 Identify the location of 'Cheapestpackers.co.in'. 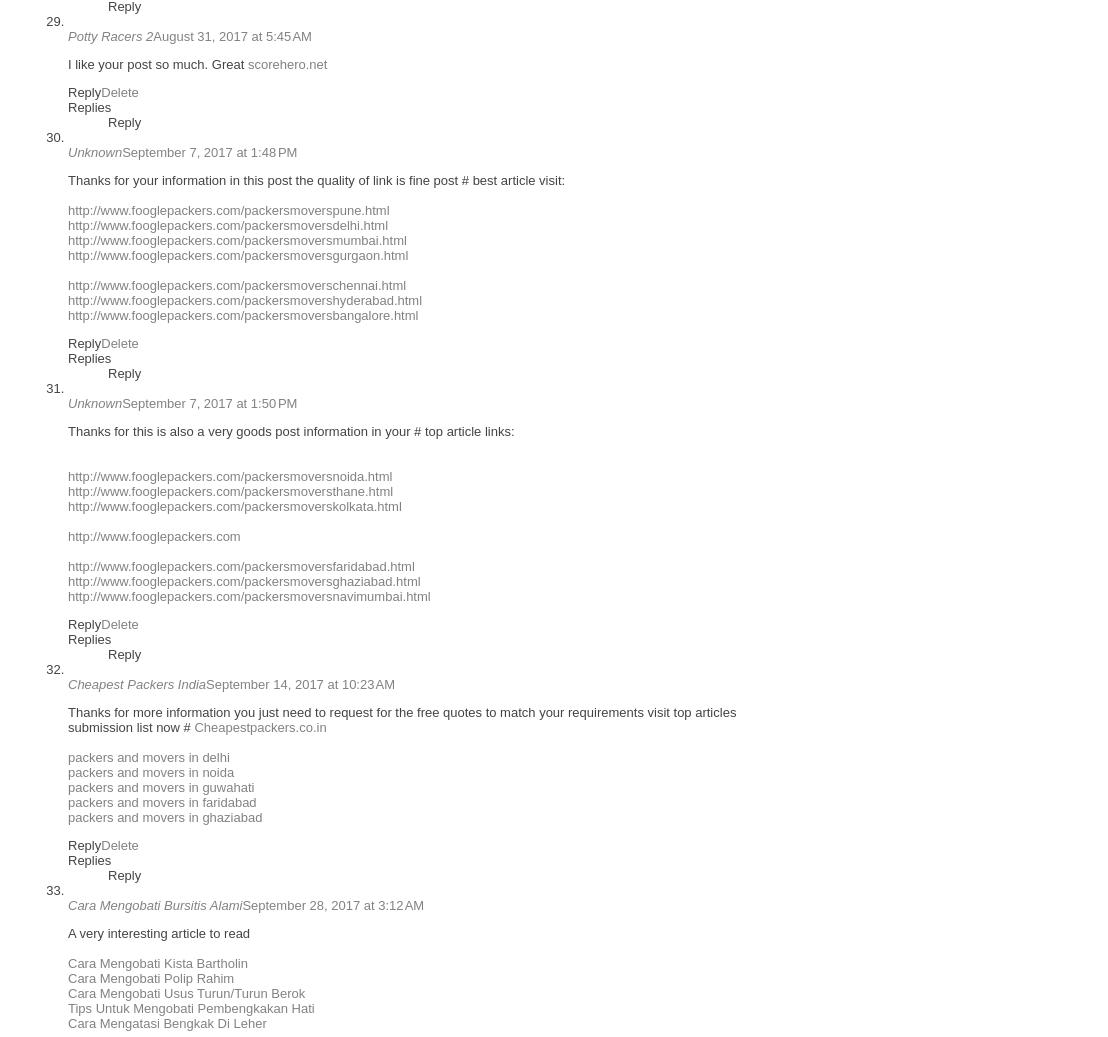
(259, 727).